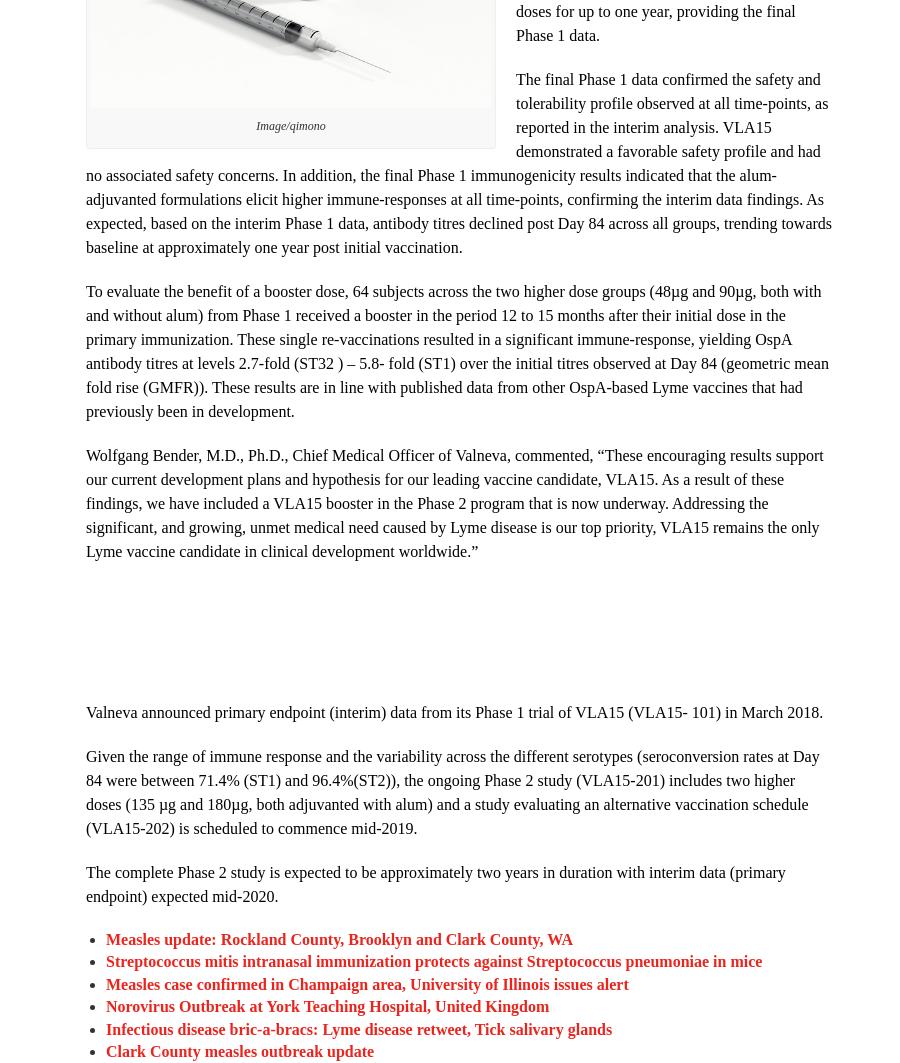  Describe the element at coordinates (456, 350) in the screenshot. I see `'To evaluate the benefit of a booster dose, 64 subjects across the two higher dose groups (48µg and 90µg, both with and without alum) from Phase 1 received a booster in the period 12 to 15 months after their initial dose in the primary immunization. These single re-vaccinations resulted in a significant immune-response, yielding OspA antibody titres at levels 2.7-fold (ST32 ) – 5.8- fold (ST1) over the initial titres observed at Day 84 (geometric mean fold rise (GMFR)). These results are in line with published data from other OspA-based Lyme vaccines that had previously been in development.'` at that location.